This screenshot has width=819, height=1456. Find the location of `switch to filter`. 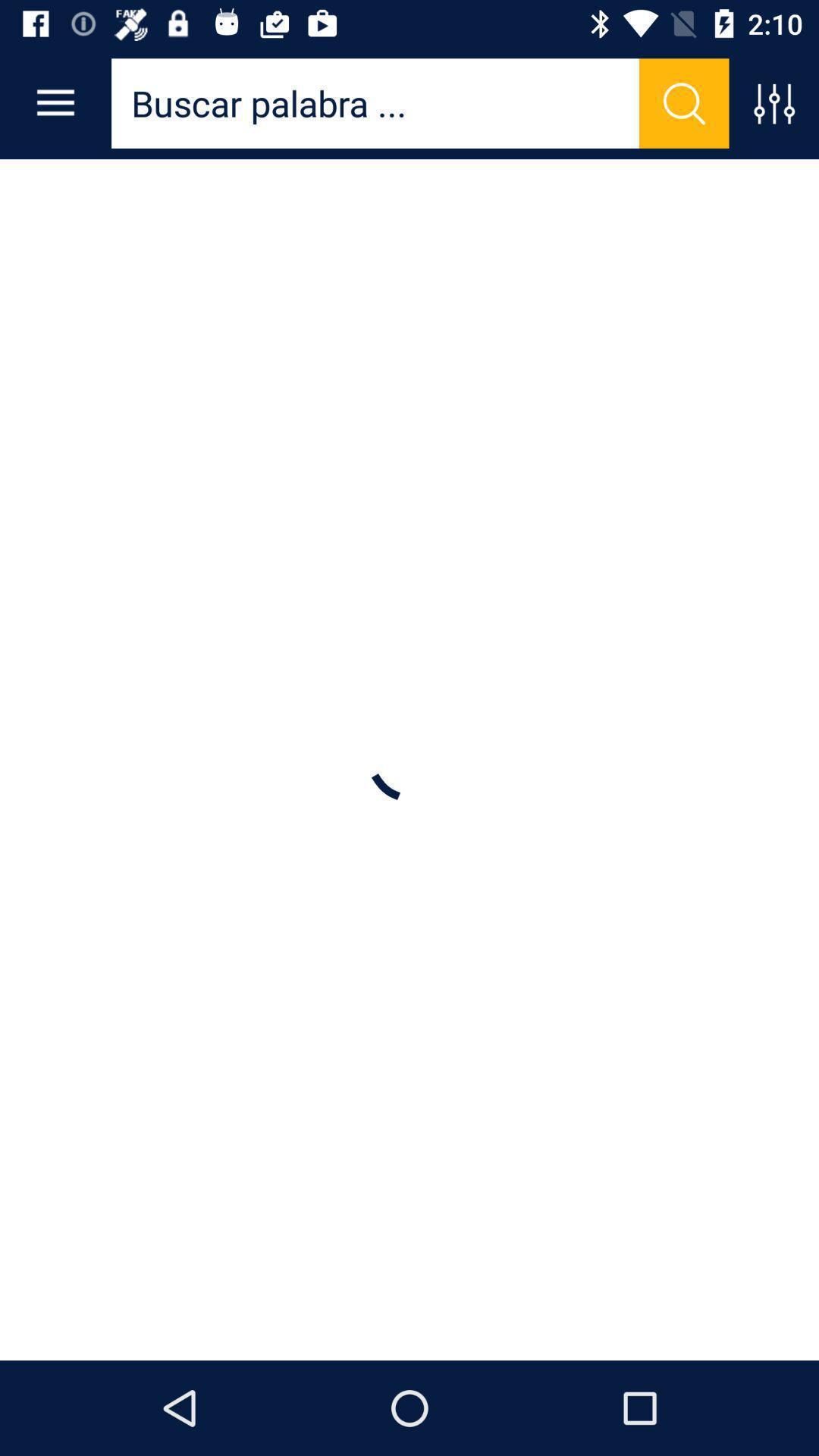

switch to filter is located at coordinates (773, 102).